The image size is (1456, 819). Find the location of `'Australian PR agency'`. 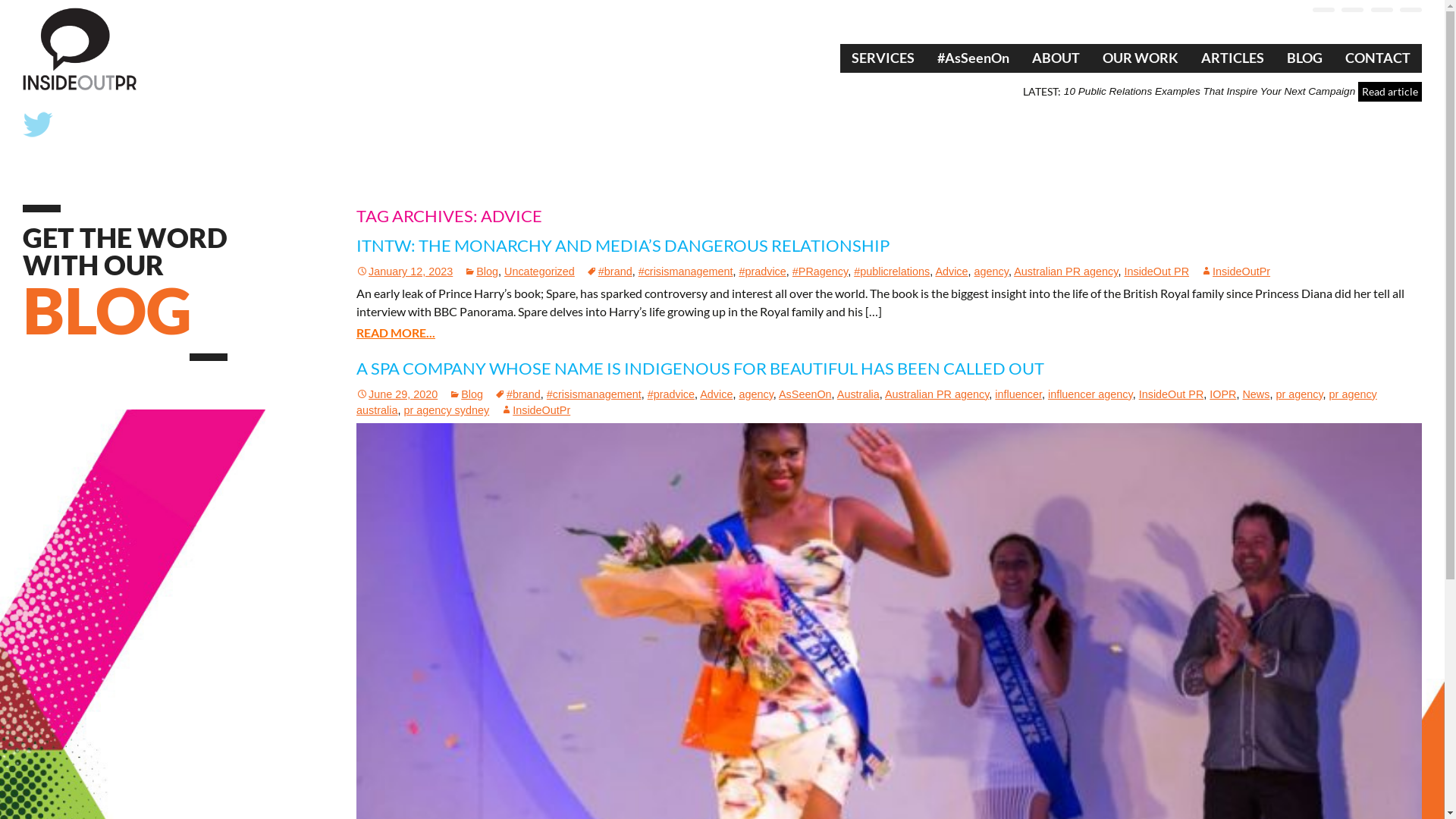

'Australian PR agency' is located at coordinates (936, 394).